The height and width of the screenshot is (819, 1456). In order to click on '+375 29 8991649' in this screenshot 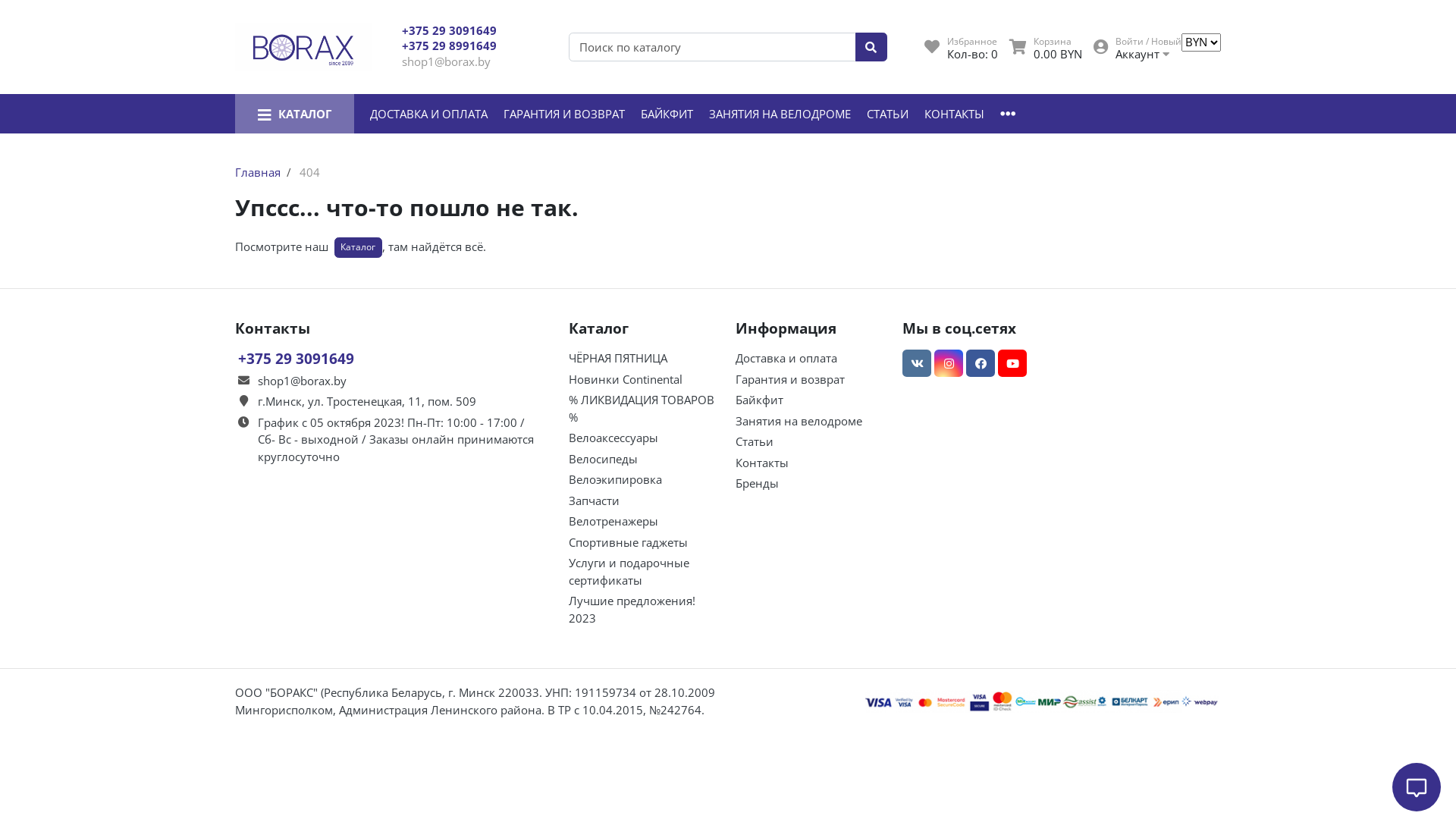, I will do `click(448, 45)`.